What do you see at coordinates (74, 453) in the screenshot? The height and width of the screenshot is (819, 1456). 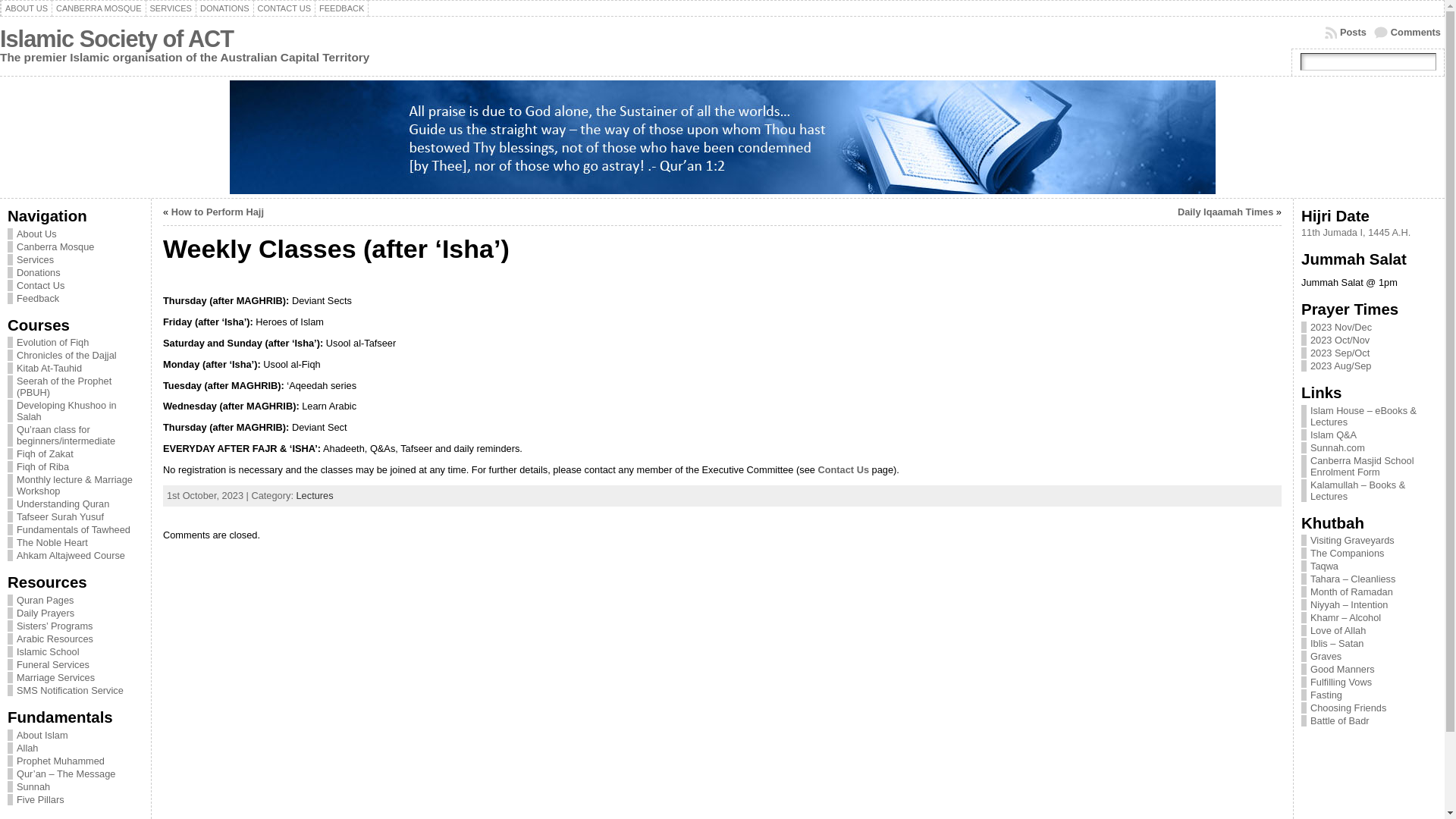 I see `'Fiqh of Zakat'` at bounding box center [74, 453].